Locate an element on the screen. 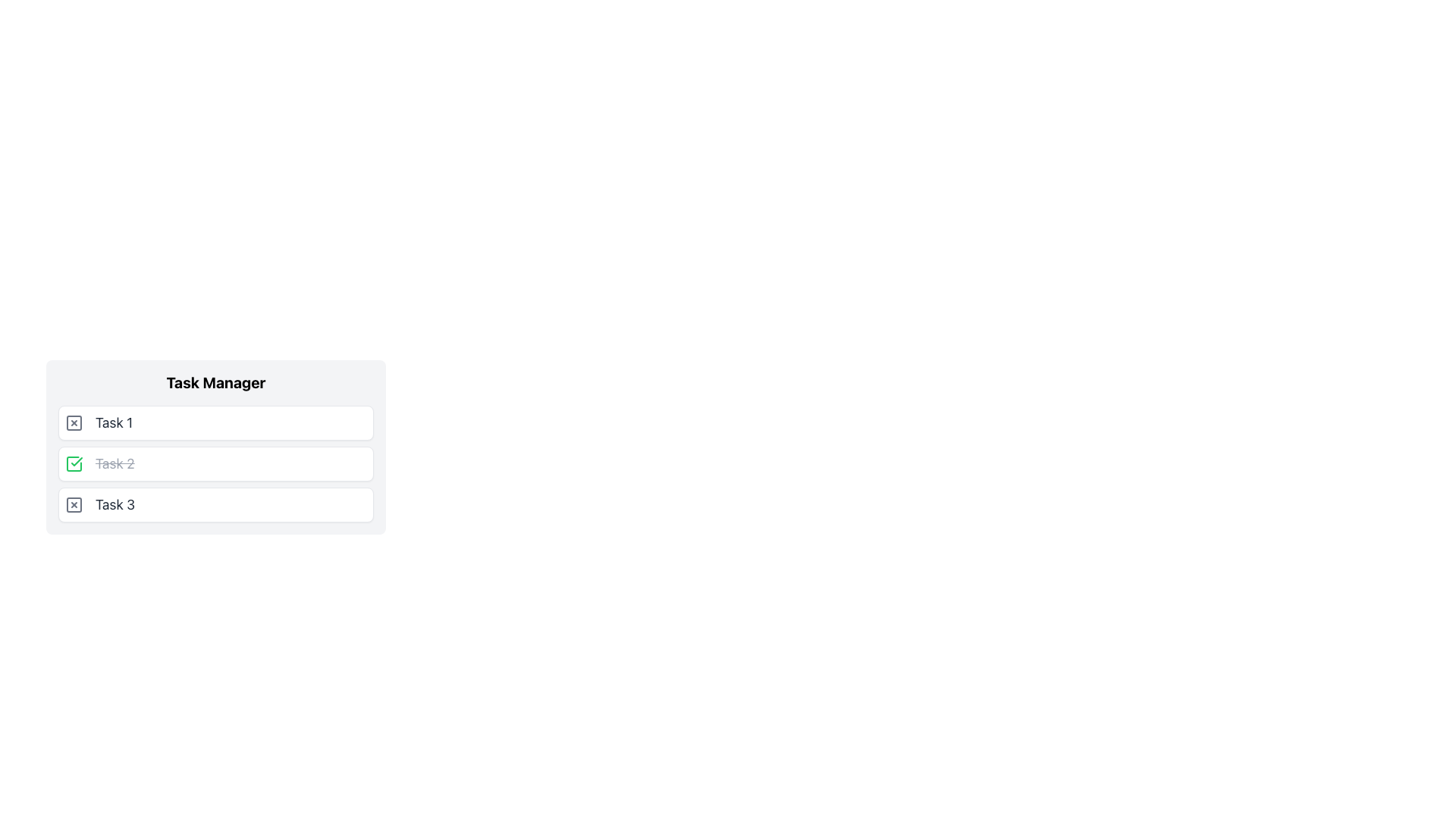 Image resolution: width=1456 pixels, height=819 pixels. the text label displaying 'Task 1' which is styled with a large font size and dark gray color, located within a task entry in a task manager is located at coordinates (113, 423).